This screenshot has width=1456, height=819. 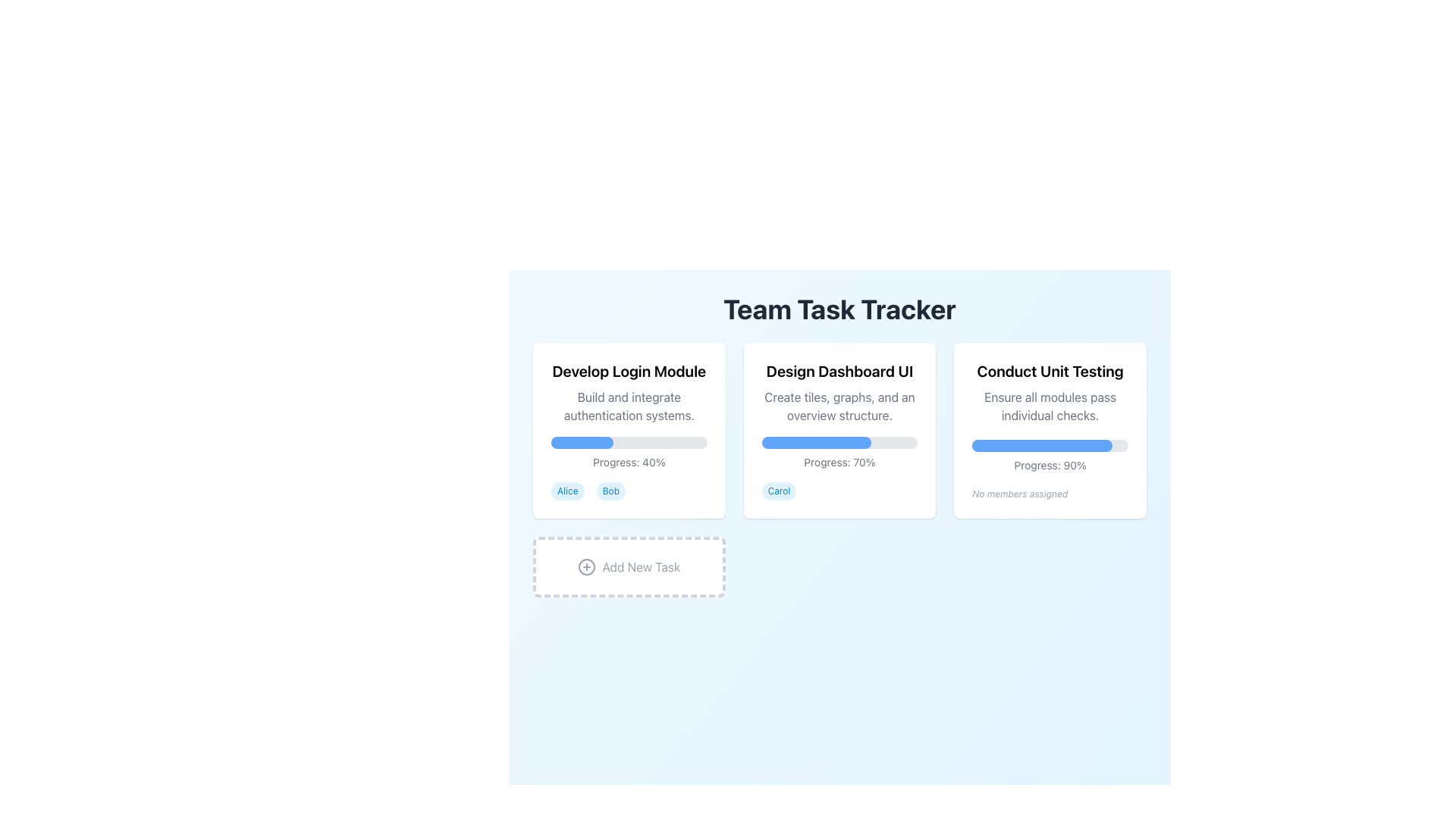 I want to click on the progress indicator text label located beneath the progress bar of the 'Conduct Unit Testing' task card, which is the rightmost card in the horizontal layout, so click(x=1050, y=464).